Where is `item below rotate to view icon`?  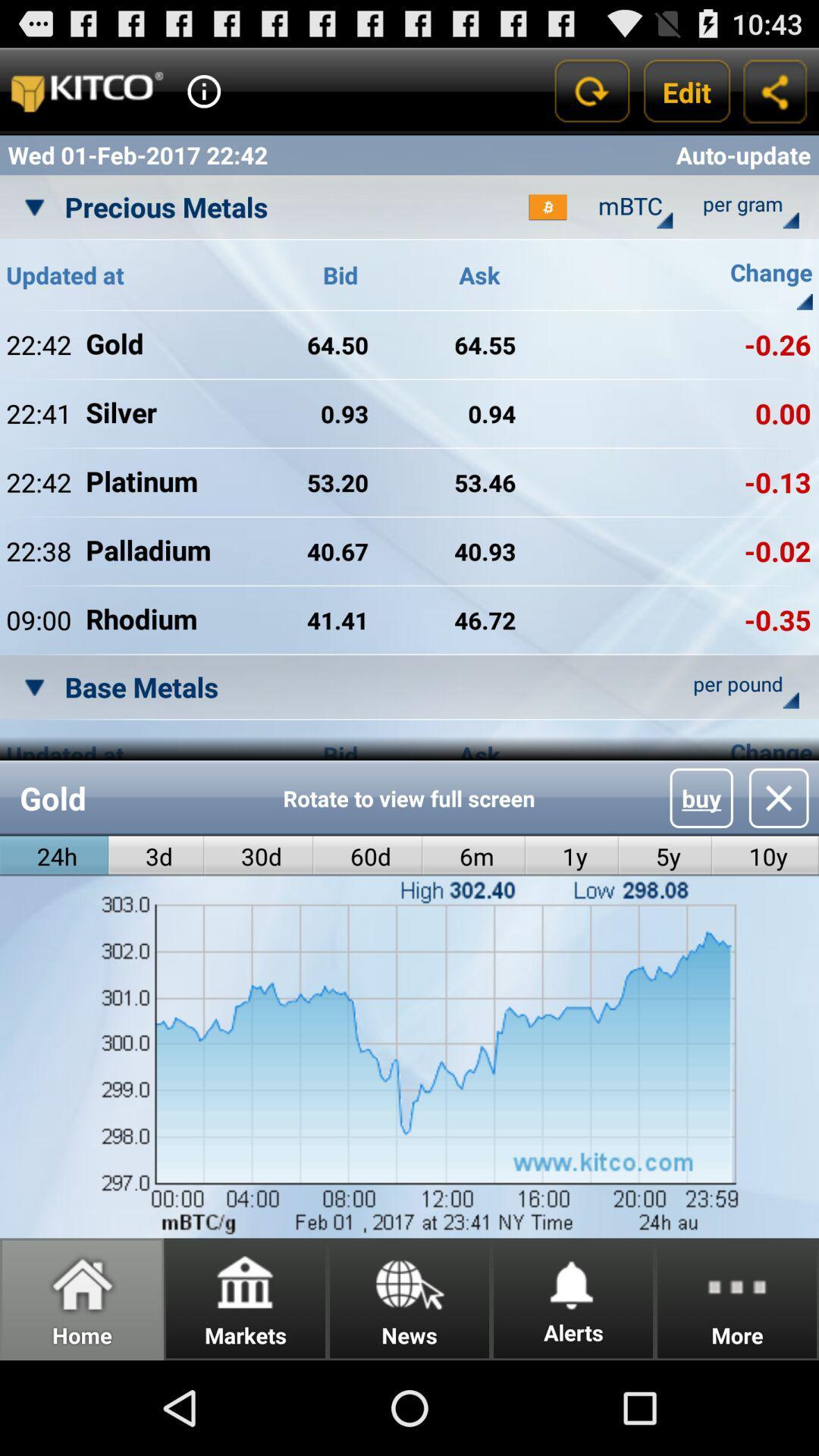 item below rotate to view icon is located at coordinates (572, 856).